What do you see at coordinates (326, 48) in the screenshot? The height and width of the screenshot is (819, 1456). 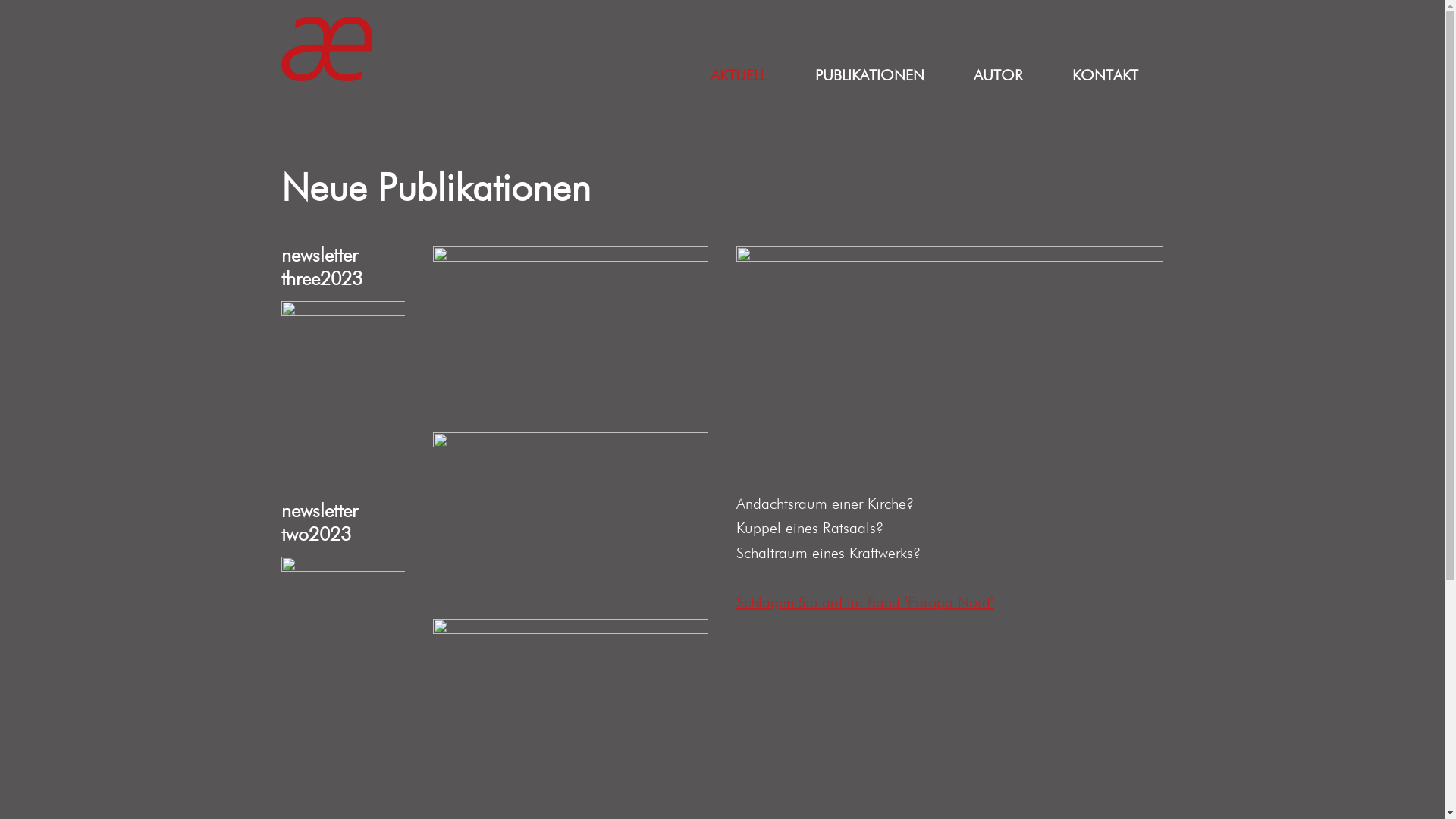 I see `'Argos Edition'` at bounding box center [326, 48].